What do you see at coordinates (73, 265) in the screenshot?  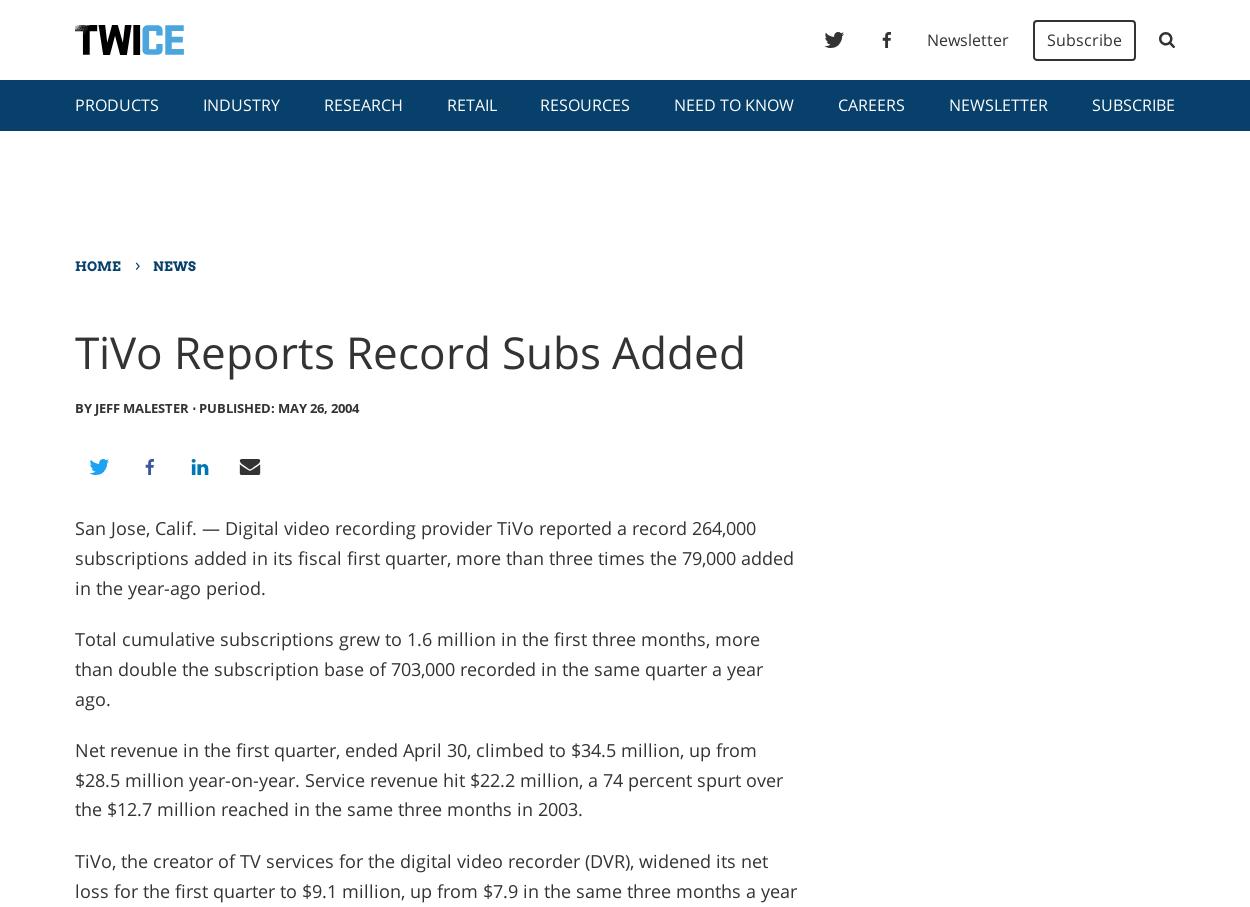 I see `'Home'` at bounding box center [73, 265].